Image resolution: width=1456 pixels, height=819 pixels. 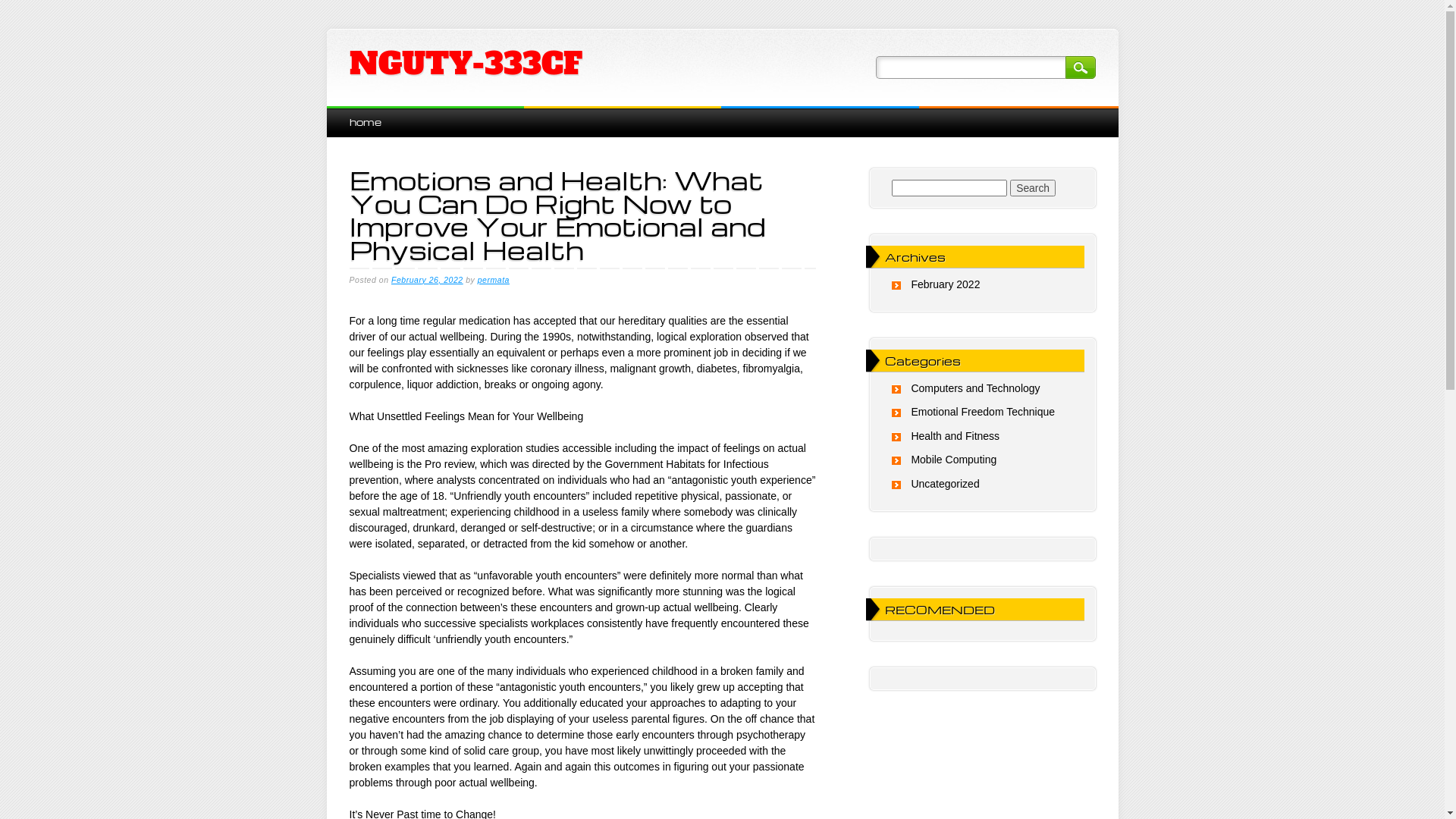 What do you see at coordinates (464, 63) in the screenshot?
I see `'NGUTY-333CF'` at bounding box center [464, 63].